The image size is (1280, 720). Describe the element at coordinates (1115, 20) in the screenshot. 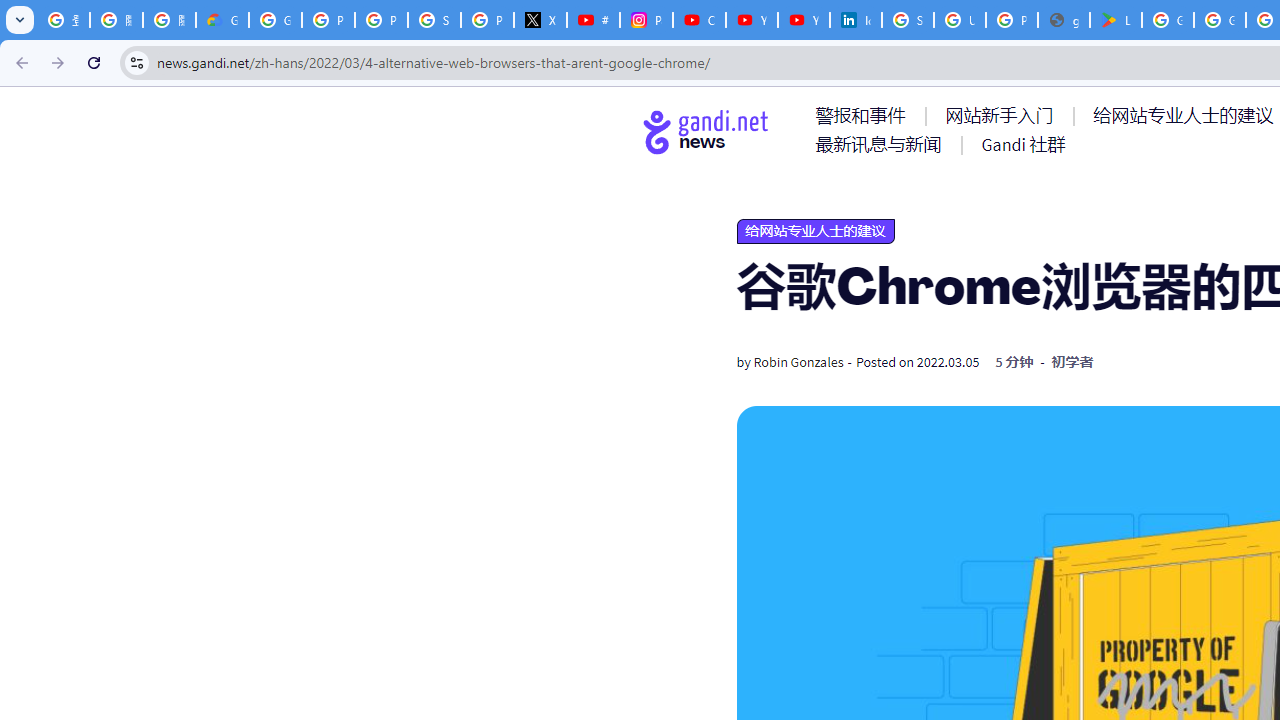

I see `'Last Shelter: Survival - Apps on Google Play'` at that location.